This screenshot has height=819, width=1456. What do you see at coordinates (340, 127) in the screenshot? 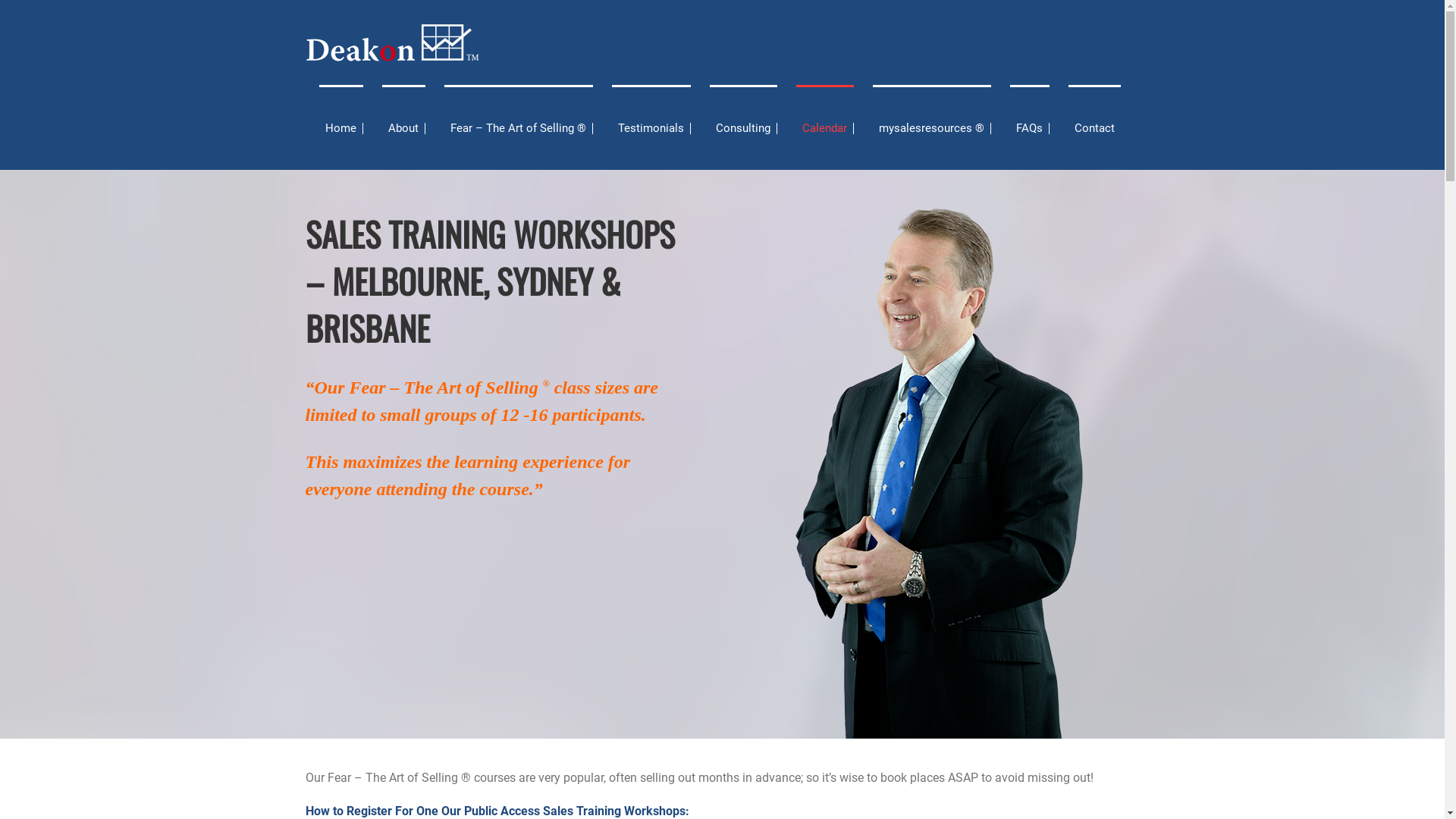
I see `'Home'` at bounding box center [340, 127].